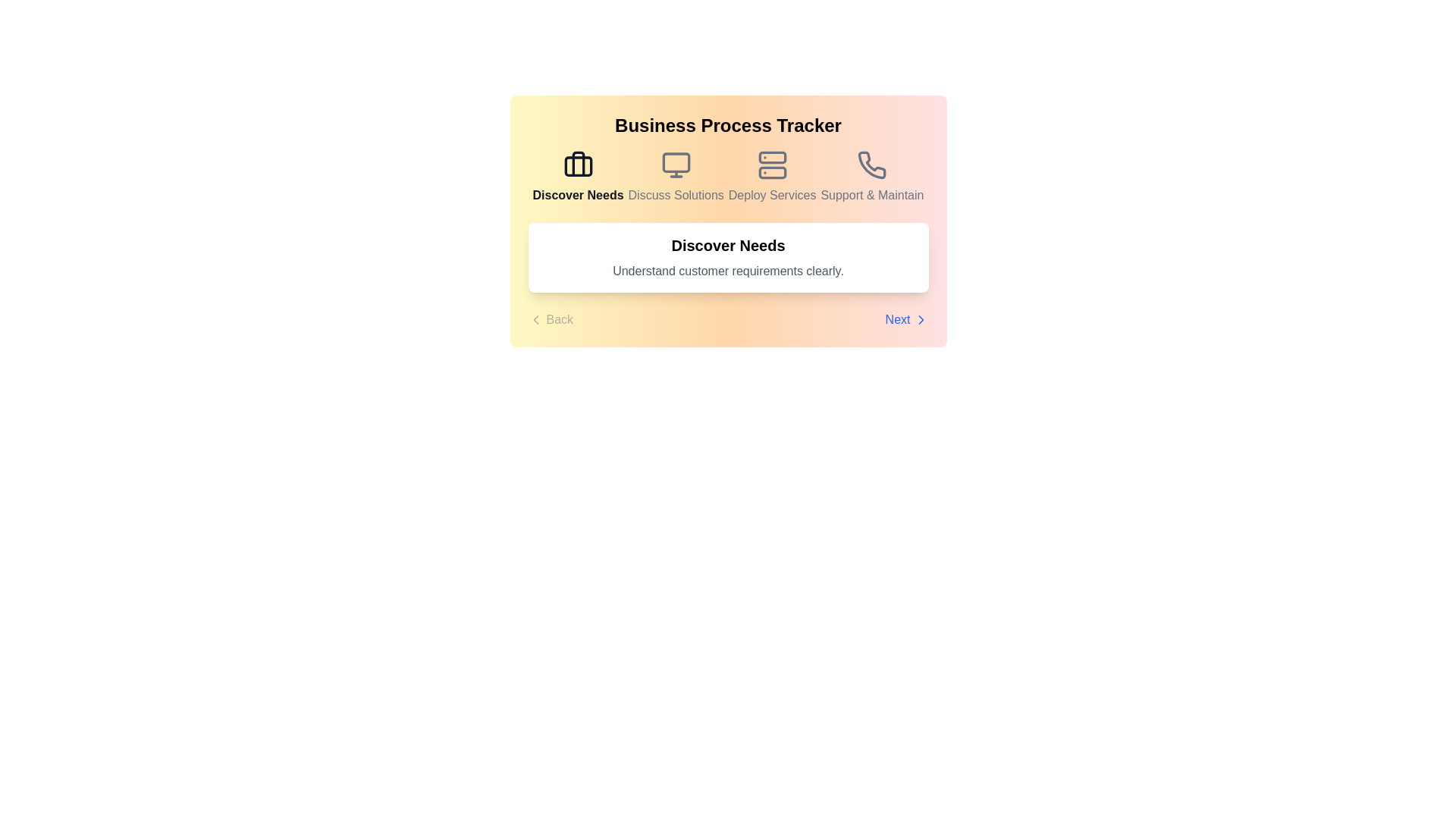 The image size is (1456, 819). Describe the element at coordinates (675, 177) in the screenshot. I see `the step icon for Discuss Solutions` at that location.